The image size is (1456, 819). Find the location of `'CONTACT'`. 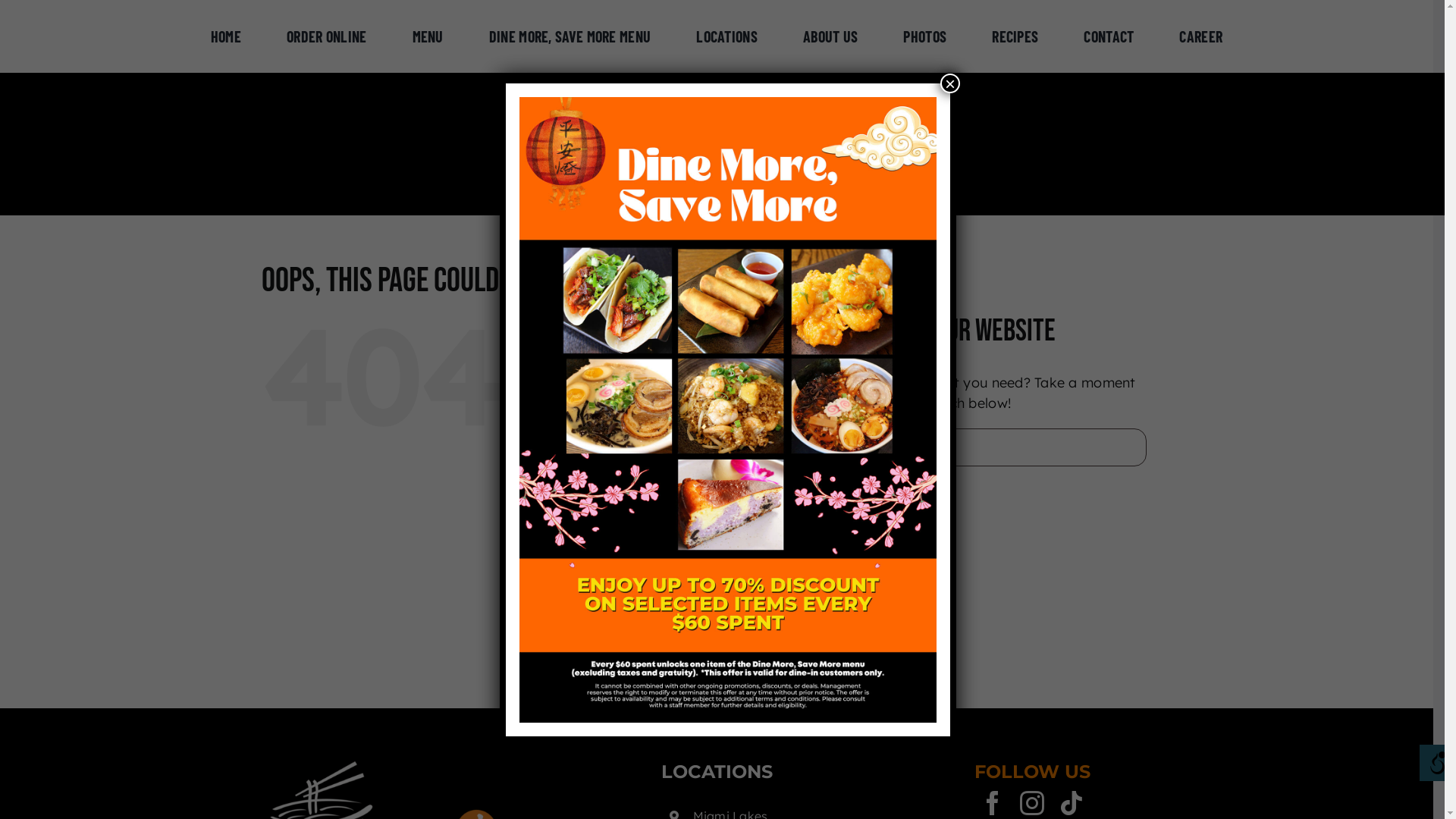

'CONTACT' is located at coordinates (1109, 35).